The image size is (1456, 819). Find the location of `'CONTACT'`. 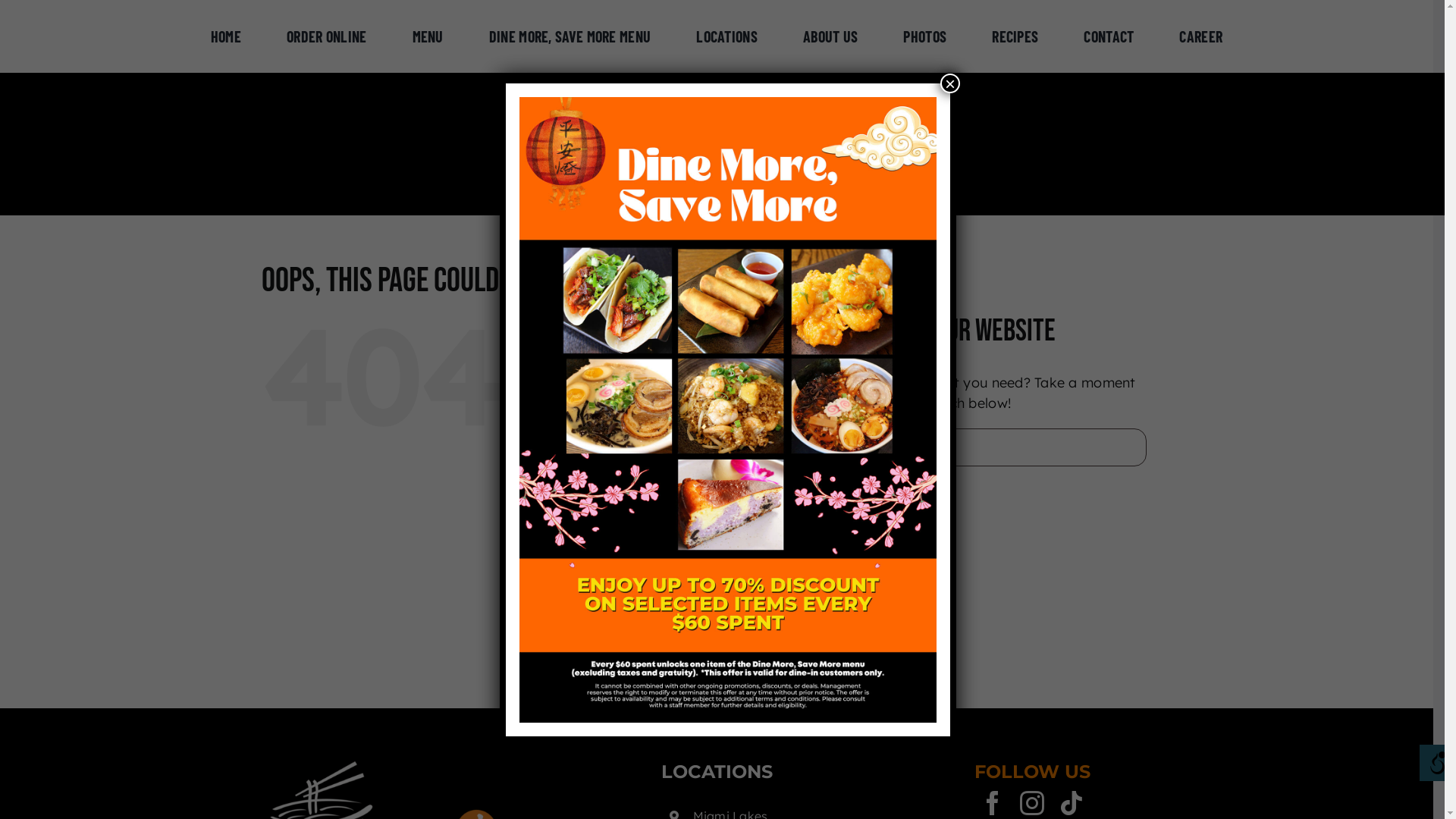

'CONTACT' is located at coordinates (1109, 35).